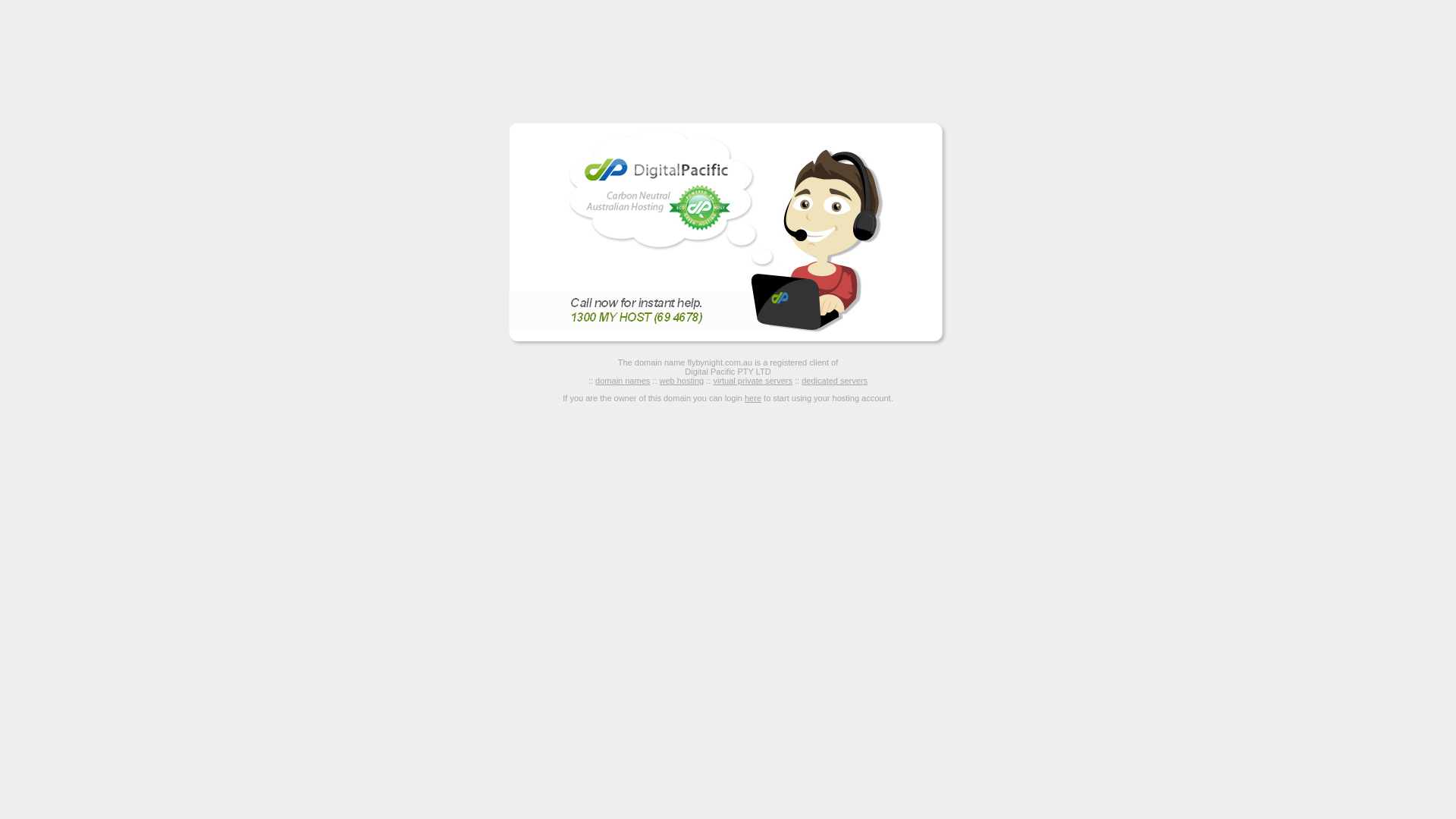 The width and height of the screenshot is (1456, 819). What do you see at coordinates (752, 379) in the screenshot?
I see `'virtual private servers'` at bounding box center [752, 379].